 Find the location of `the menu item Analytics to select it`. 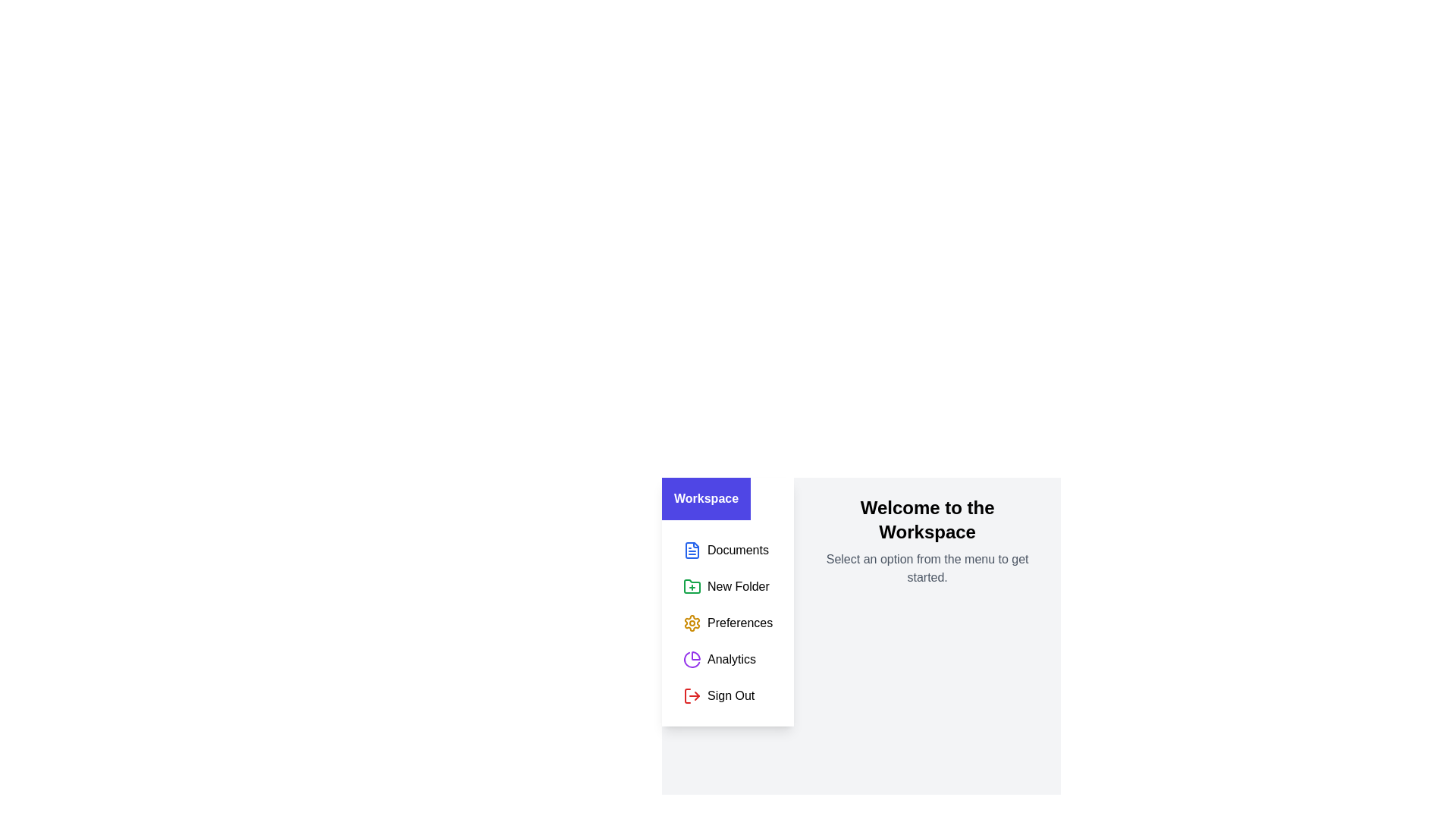

the menu item Analytics to select it is located at coordinates (728, 659).